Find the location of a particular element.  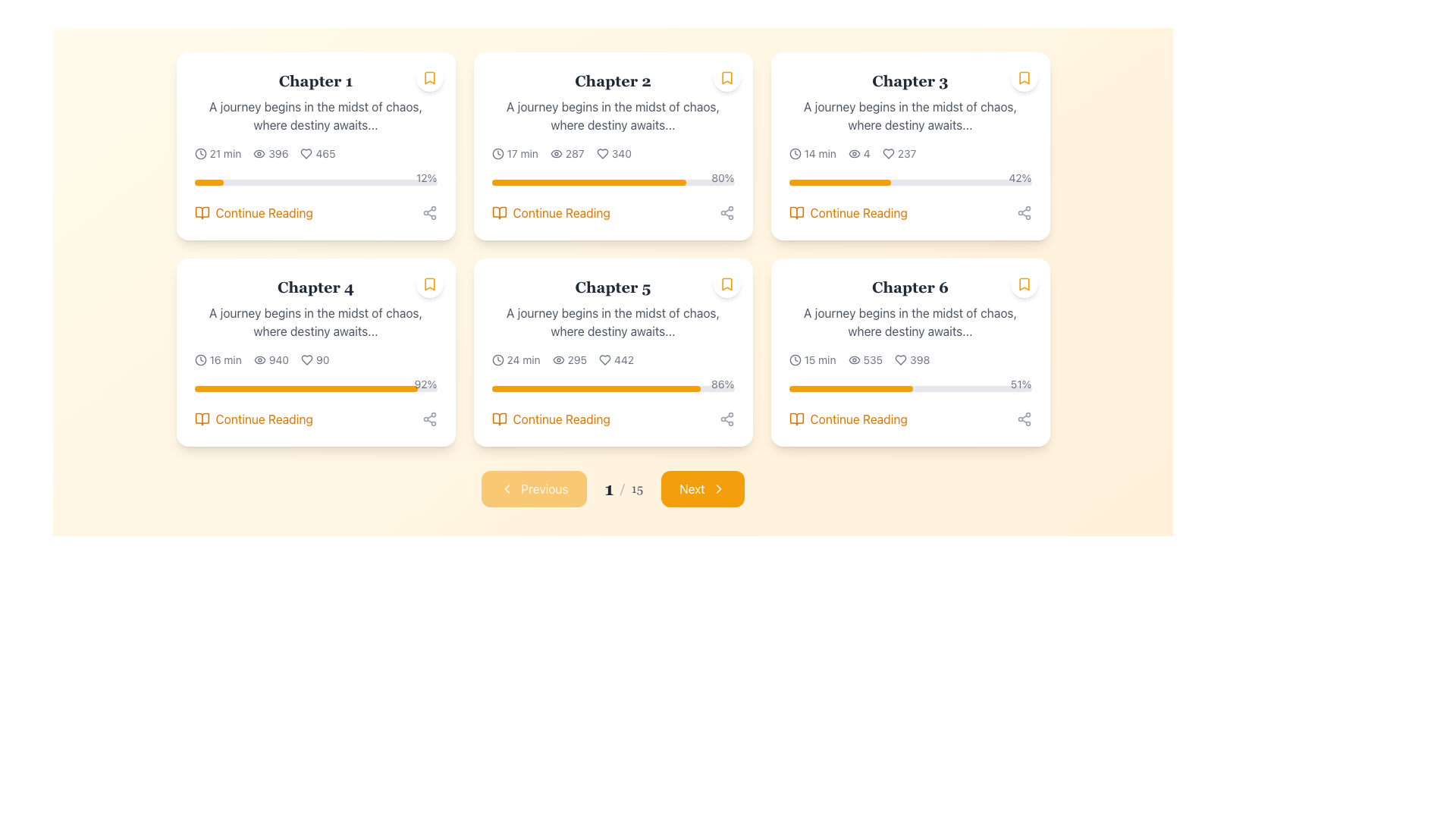

the Informative Label Set displaying a clock icon with '24 min', an eye icon with '295', and a heart icon with '442' is located at coordinates (613, 359).